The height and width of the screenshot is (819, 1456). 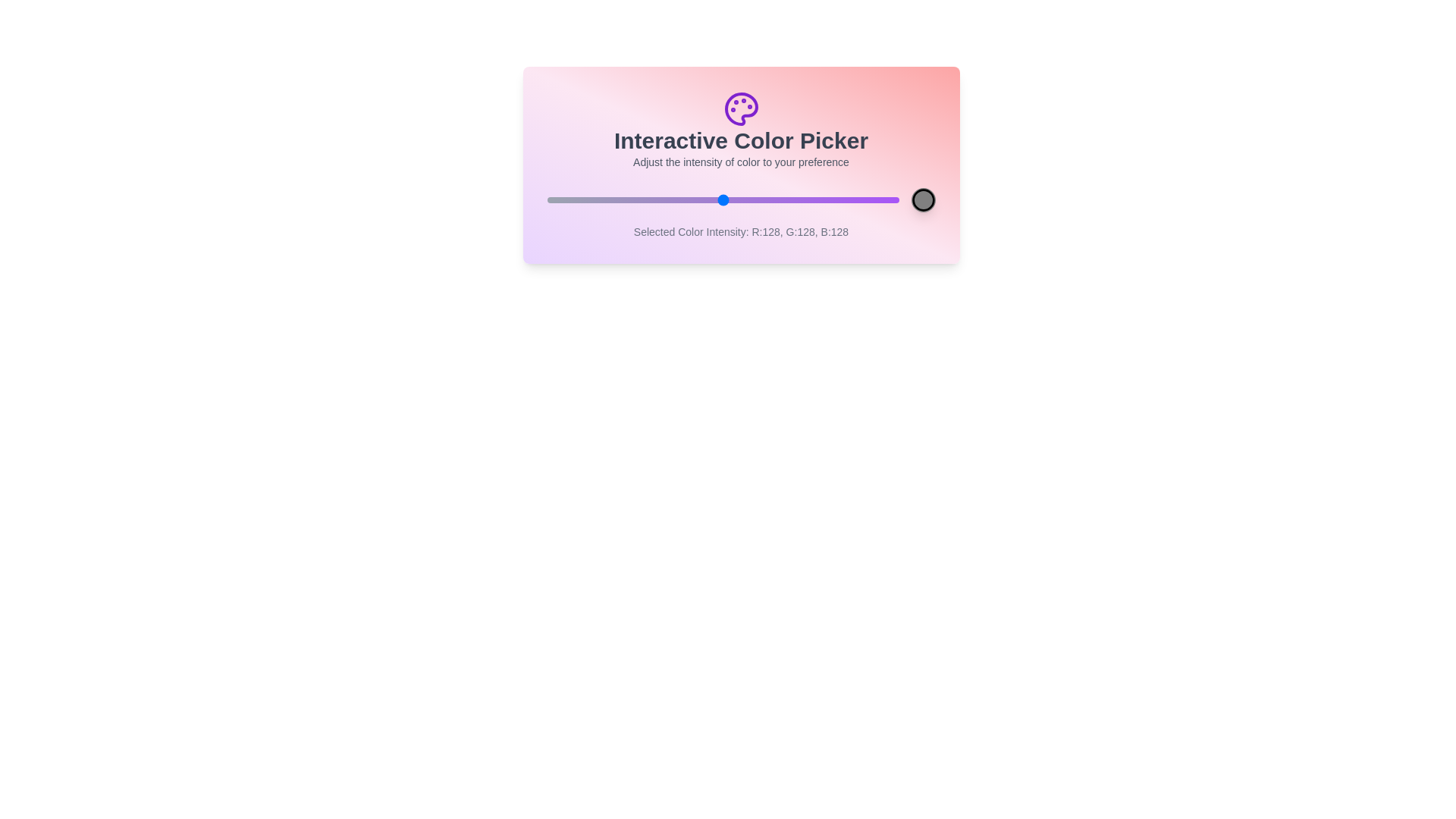 What do you see at coordinates (597, 199) in the screenshot?
I see `the slider to set the color intensity to 37` at bounding box center [597, 199].